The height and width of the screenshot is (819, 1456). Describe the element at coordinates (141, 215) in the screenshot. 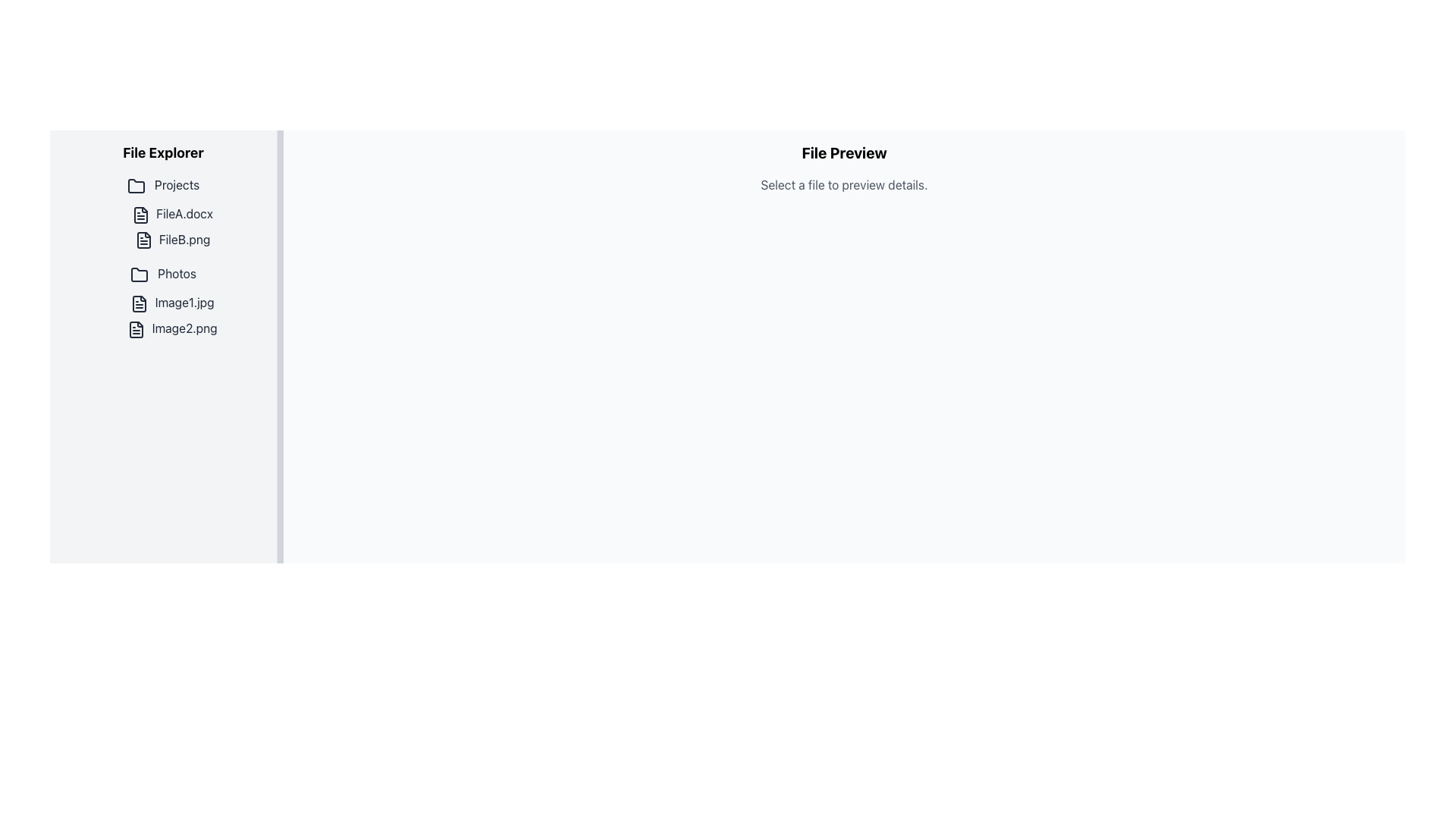

I see `the file icon representing 'FileA.docx', which is located in the left panel under 'File Explorer', as the first item in the list of file icon-text pairs` at that location.